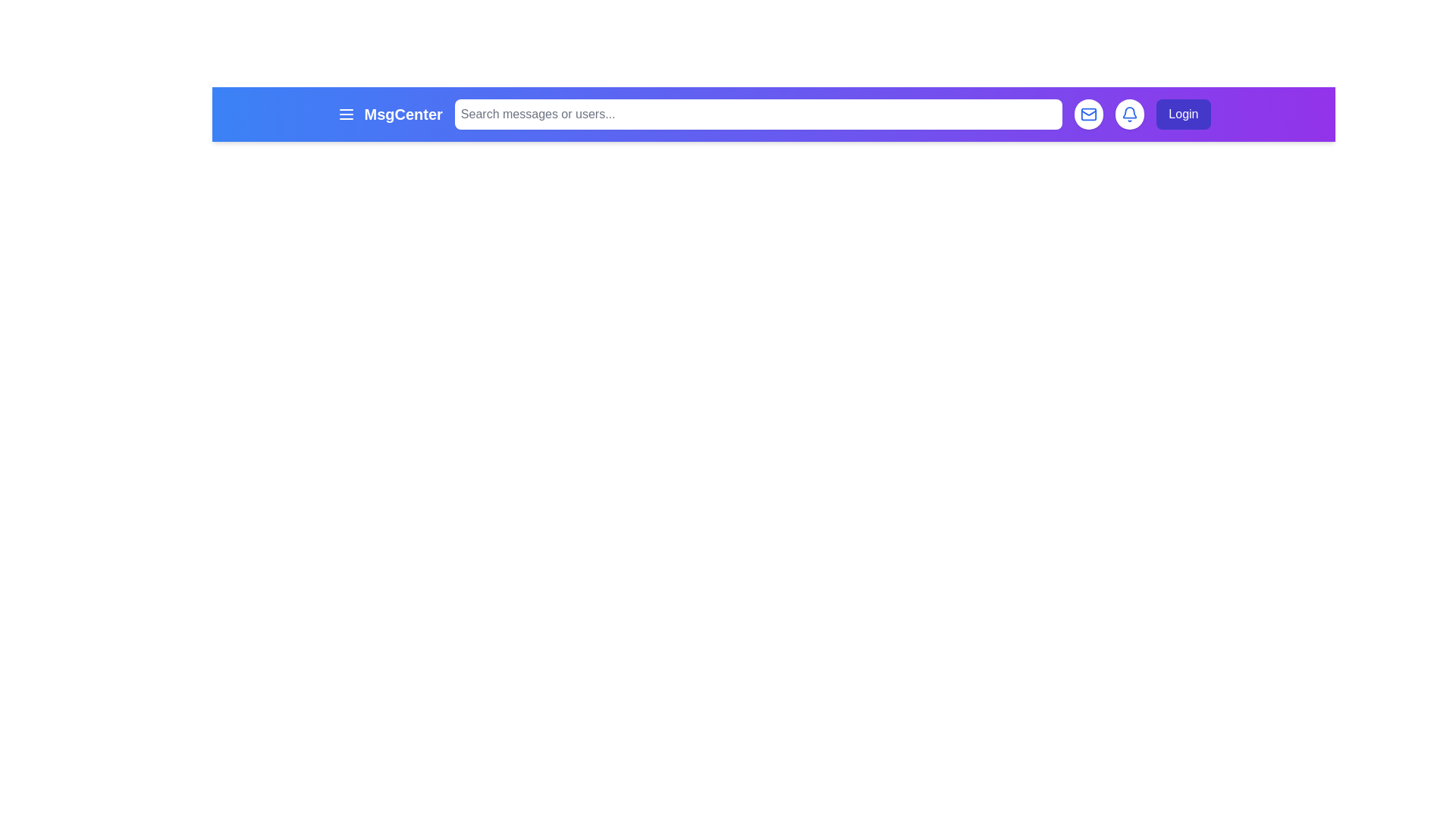 This screenshot has height=819, width=1456. What do you see at coordinates (758, 113) in the screenshot?
I see `the search bar and type the text 'search query'` at bounding box center [758, 113].